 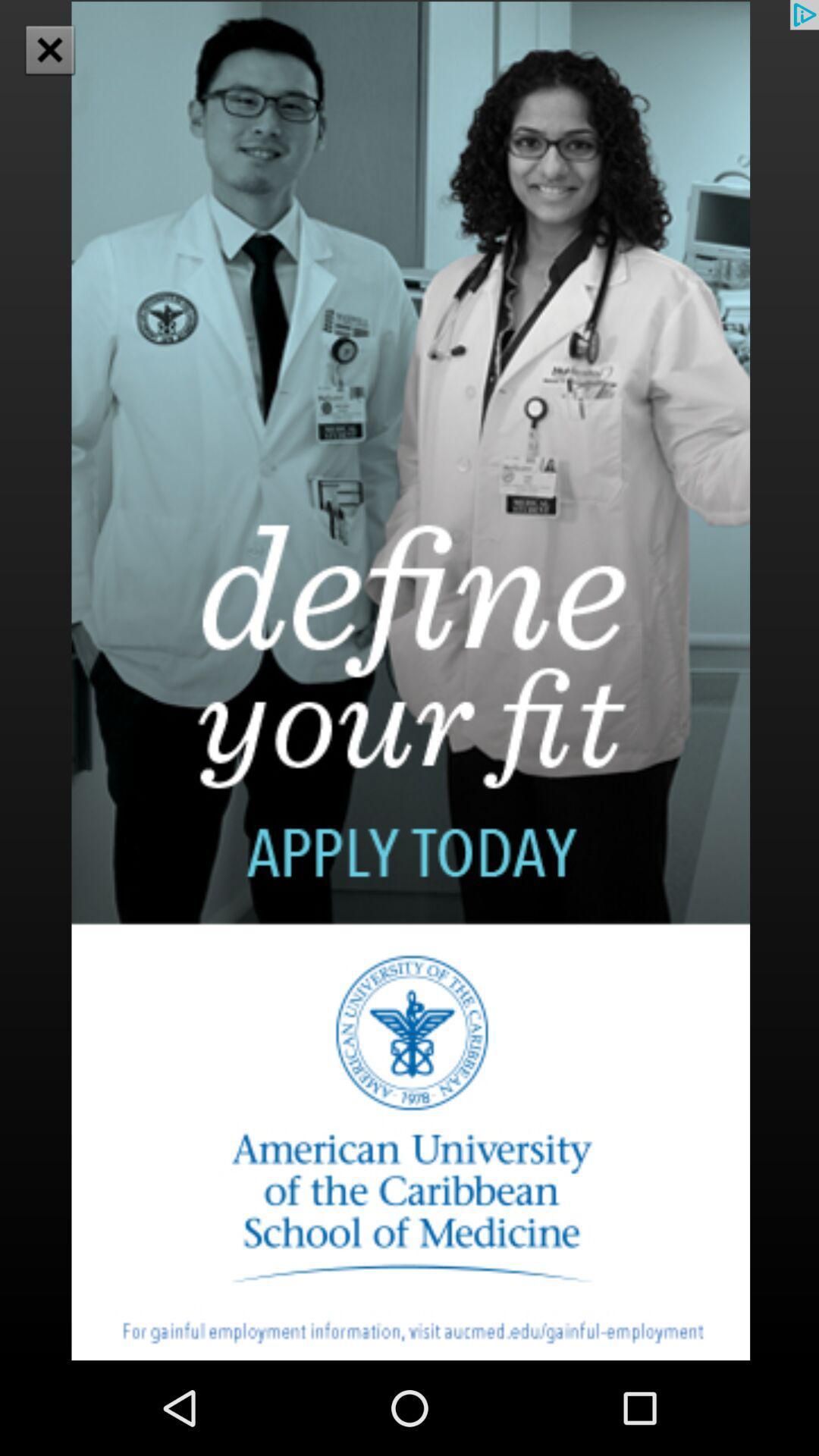 I want to click on the close icon, so click(x=49, y=53).